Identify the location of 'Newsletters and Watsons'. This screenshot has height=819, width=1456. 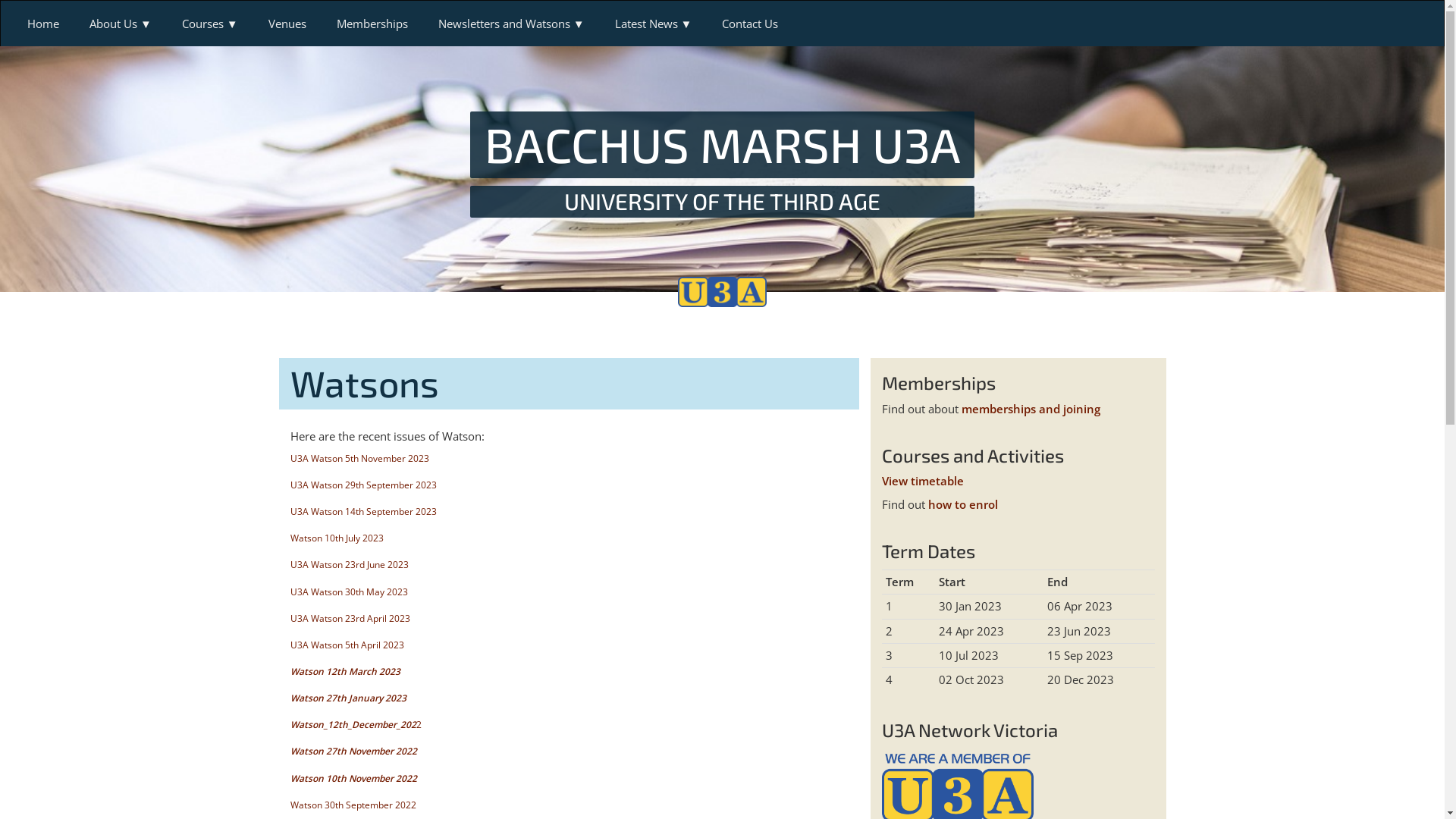
(511, 23).